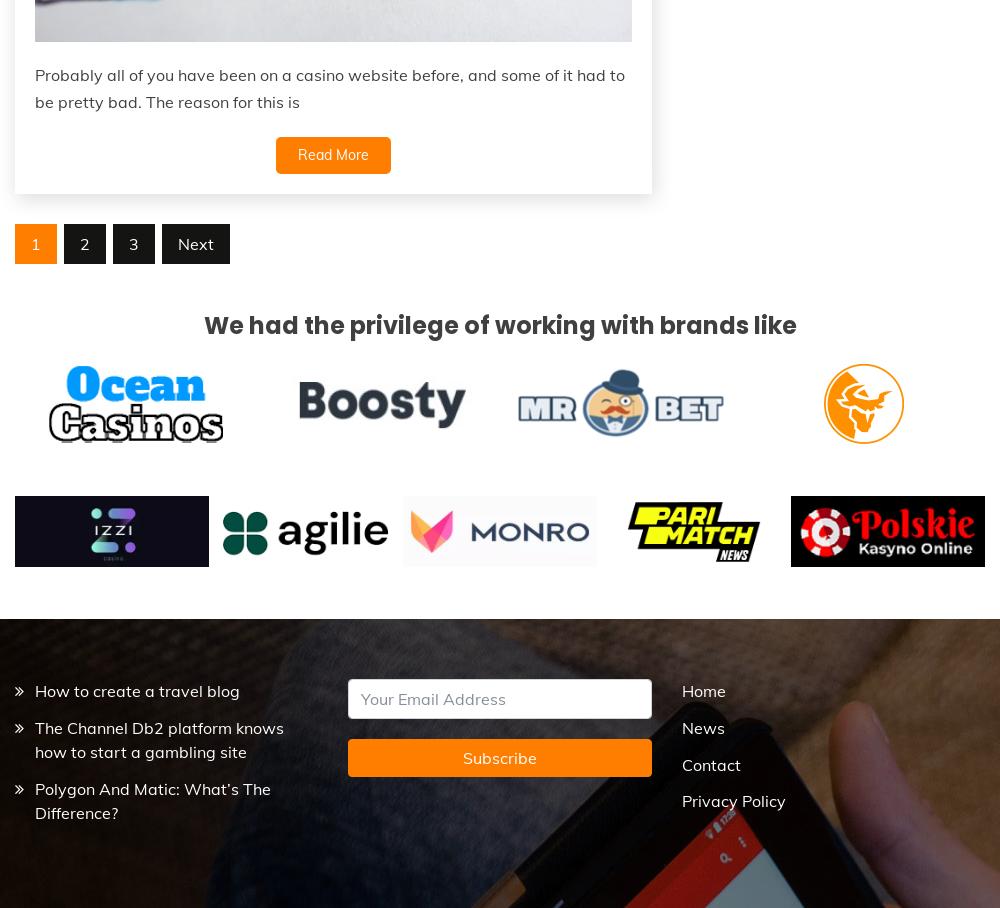 The width and height of the screenshot is (1000, 908). Describe the element at coordinates (195, 241) in the screenshot. I see `'Next'` at that location.